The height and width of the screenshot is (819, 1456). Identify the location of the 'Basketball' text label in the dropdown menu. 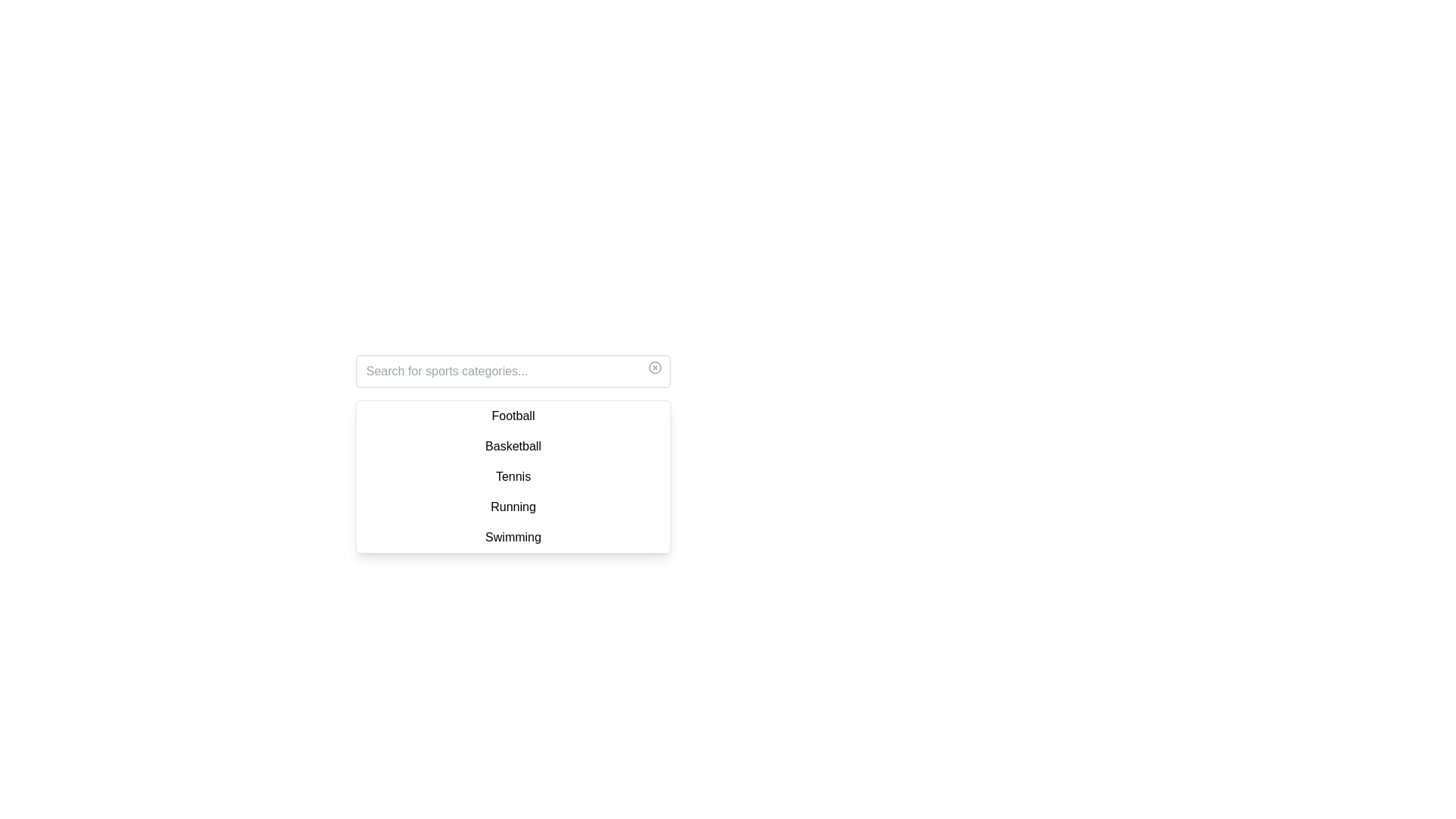
(513, 453).